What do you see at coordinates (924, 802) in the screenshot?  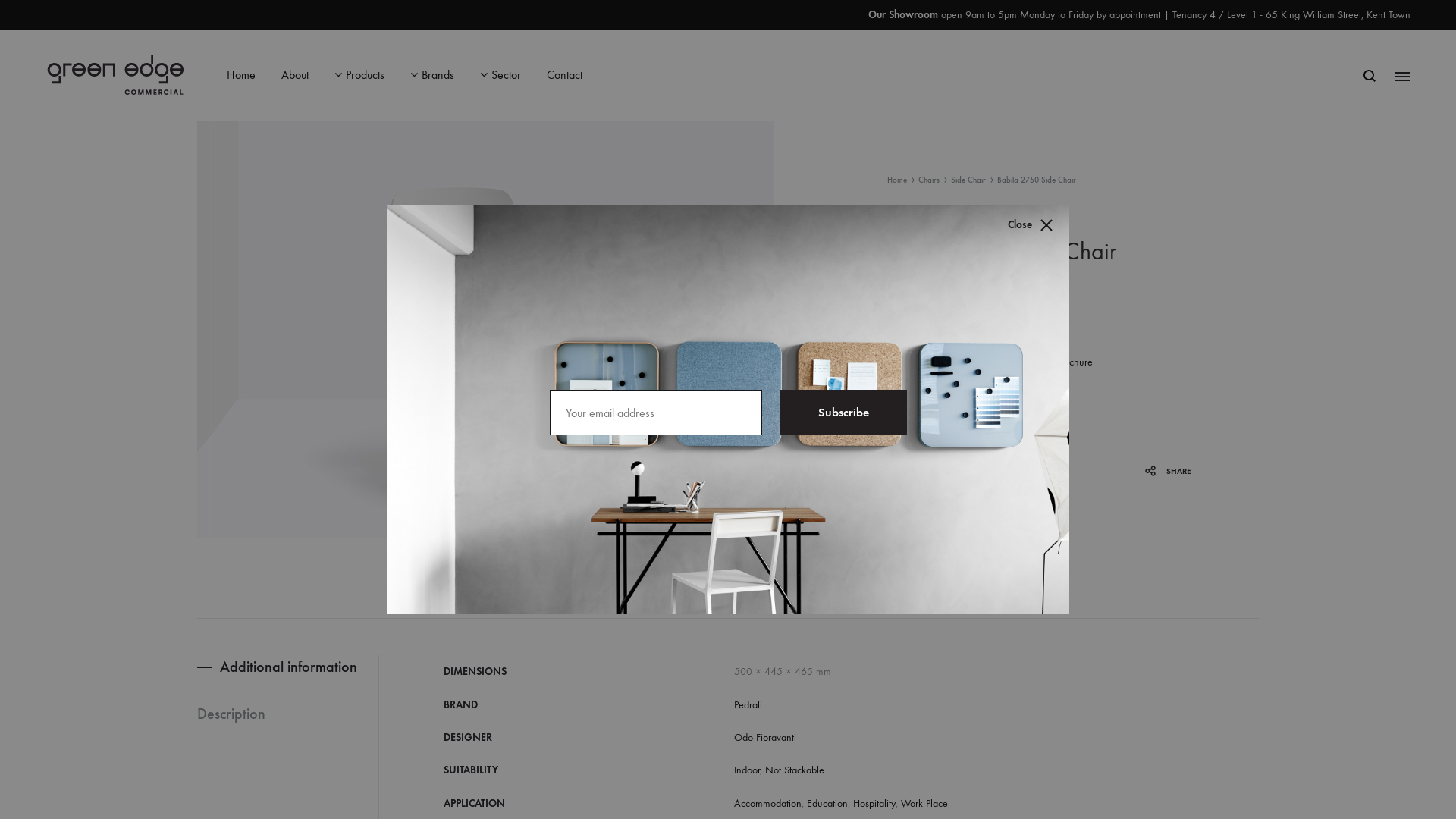 I see `'Work Place'` at bounding box center [924, 802].